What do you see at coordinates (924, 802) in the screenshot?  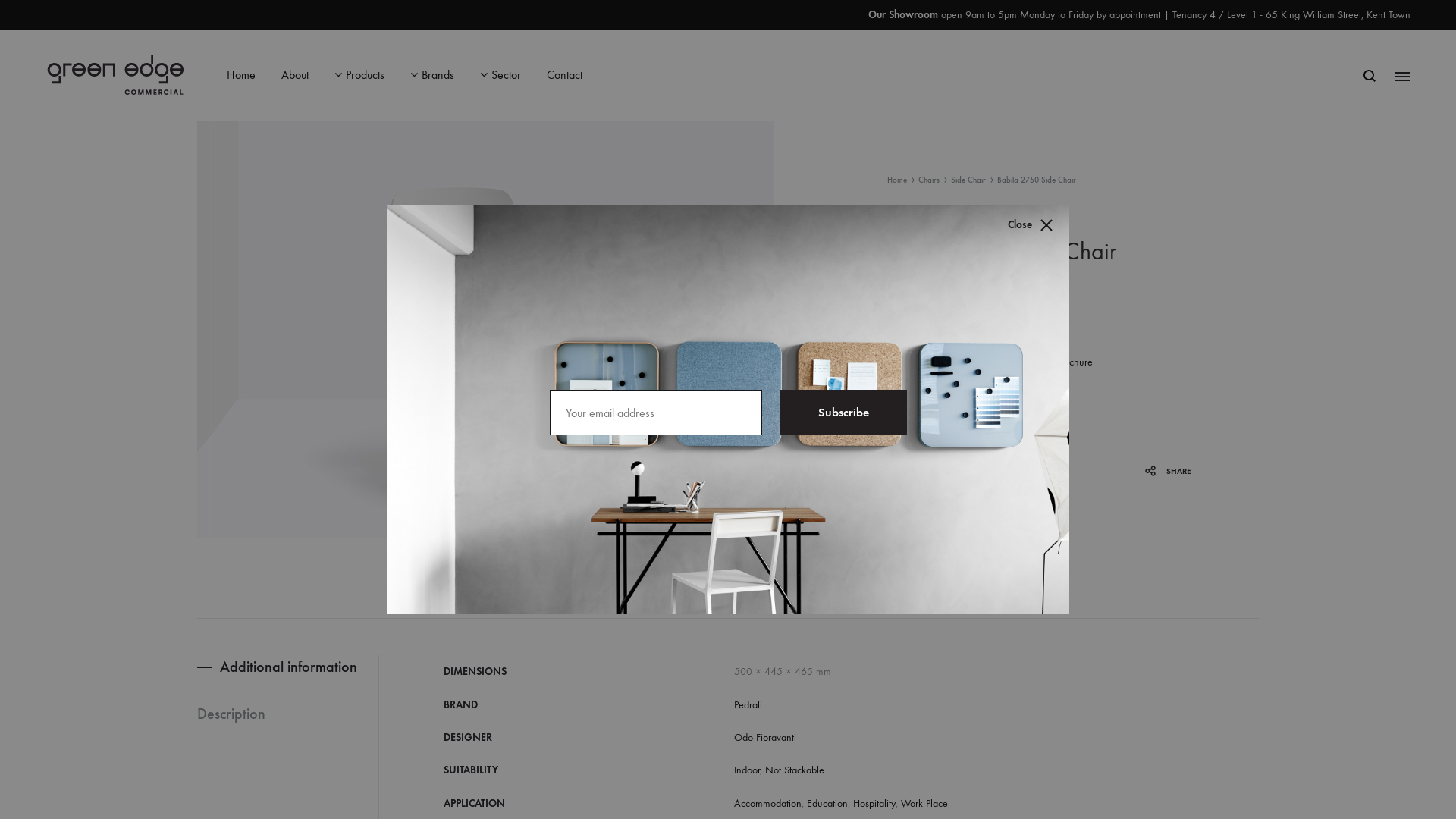 I see `'Work Place'` at bounding box center [924, 802].